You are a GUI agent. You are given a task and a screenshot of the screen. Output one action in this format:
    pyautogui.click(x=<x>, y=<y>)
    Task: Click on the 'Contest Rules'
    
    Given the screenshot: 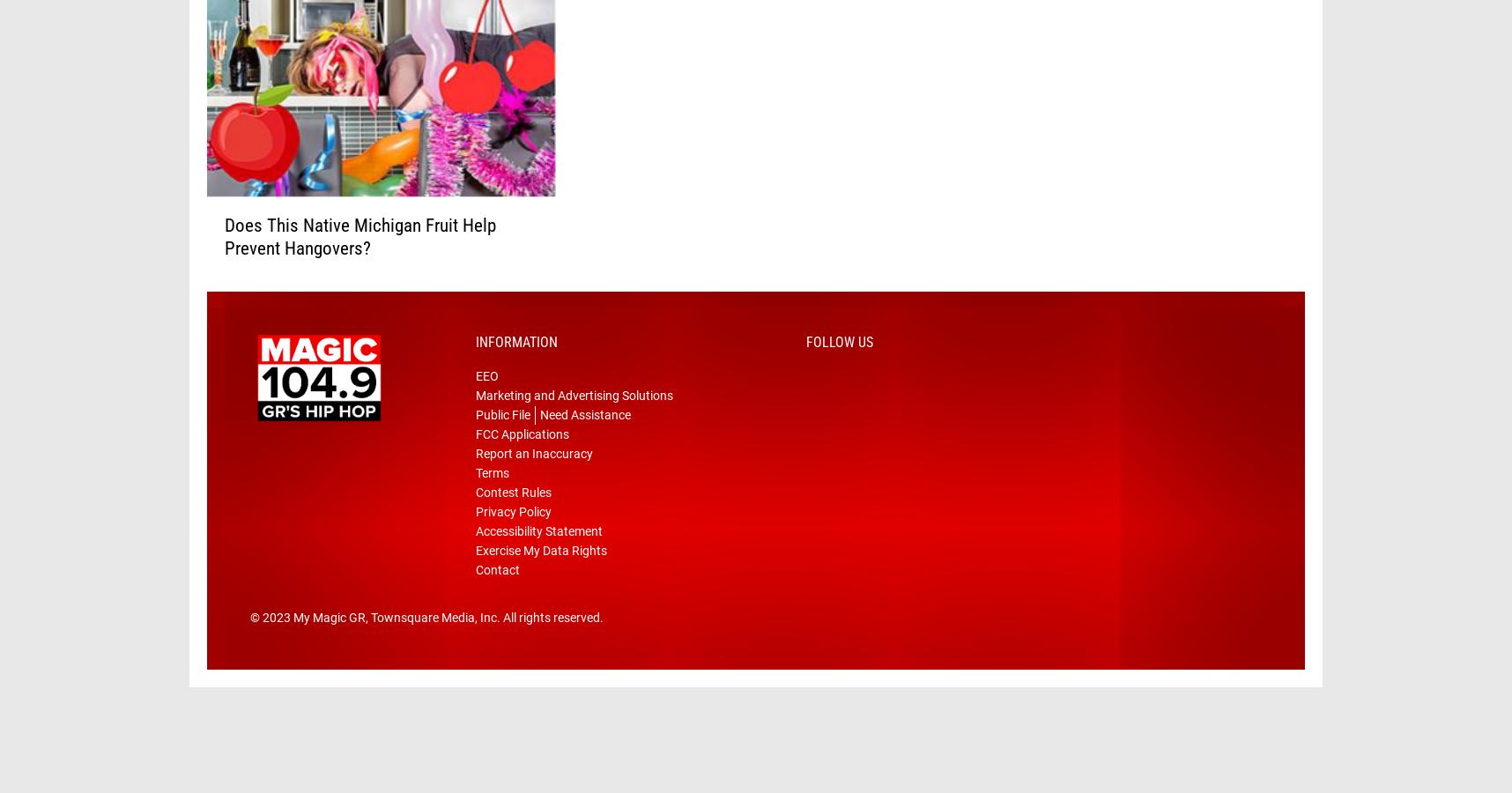 What is the action you would take?
    pyautogui.click(x=513, y=520)
    